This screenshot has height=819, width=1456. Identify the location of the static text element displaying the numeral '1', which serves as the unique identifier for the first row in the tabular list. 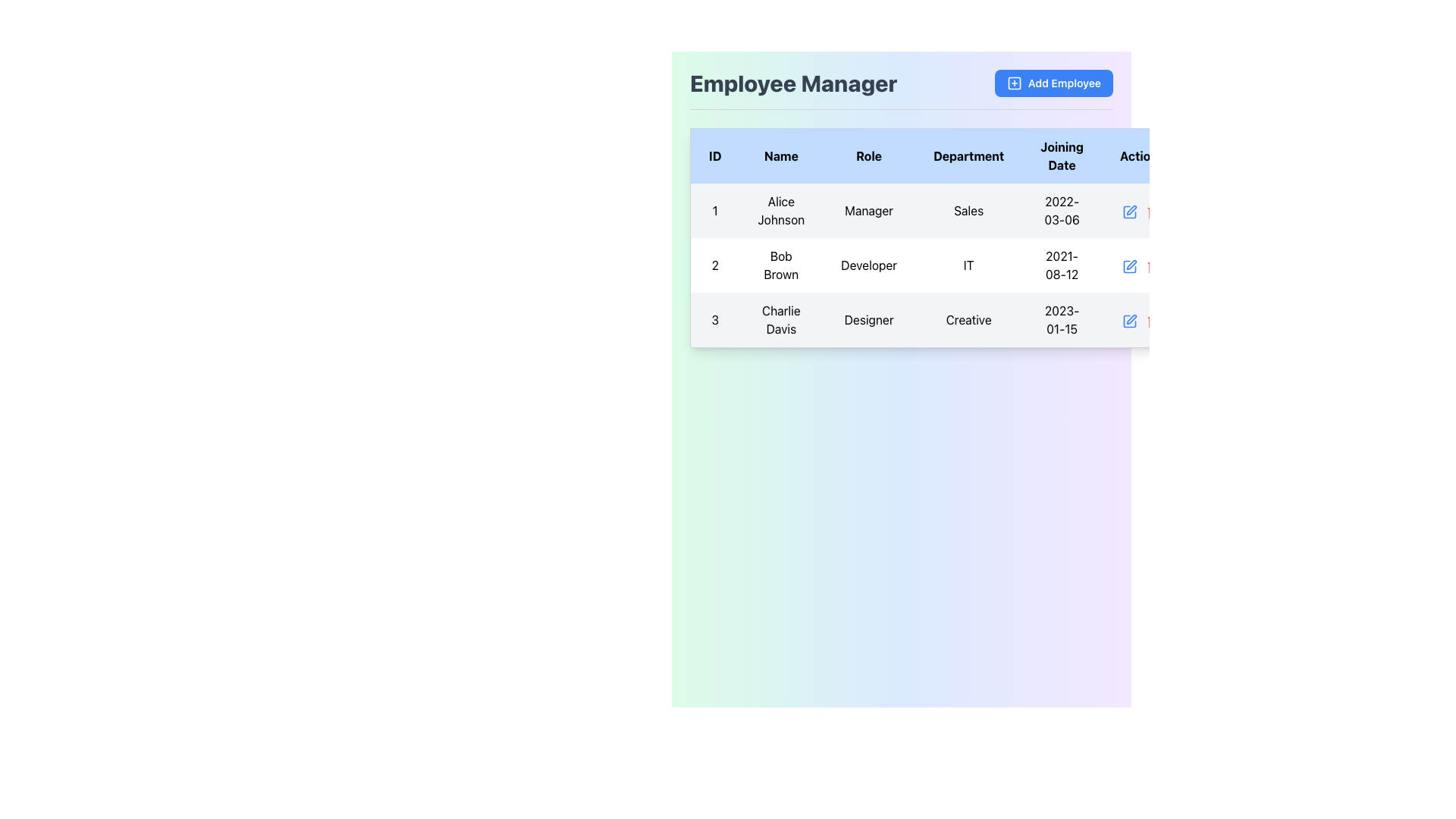
(714, 210).